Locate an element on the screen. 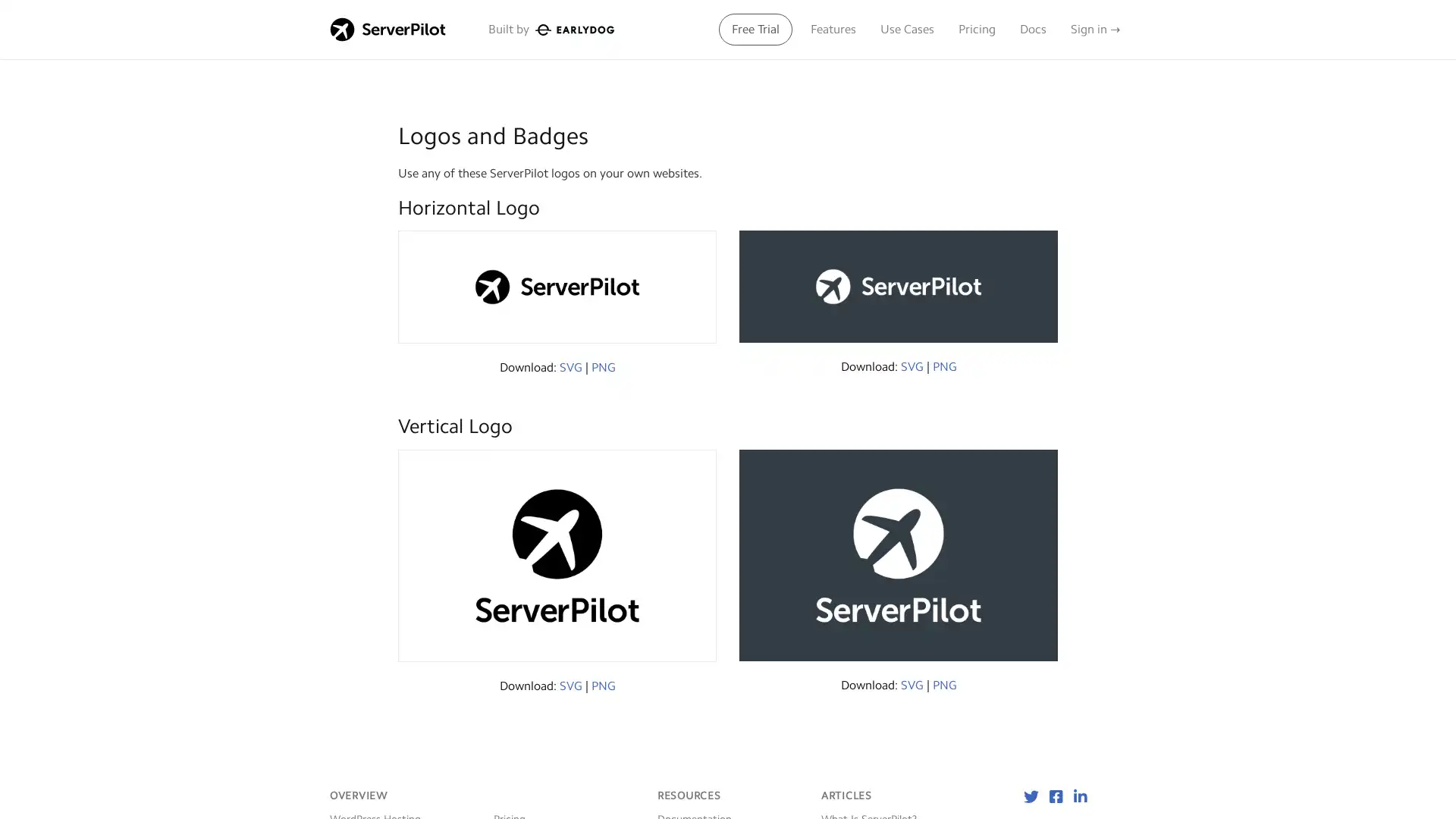 This screenshot has height=819, width=1456. Free Trial is located at coordinates (755, 29).